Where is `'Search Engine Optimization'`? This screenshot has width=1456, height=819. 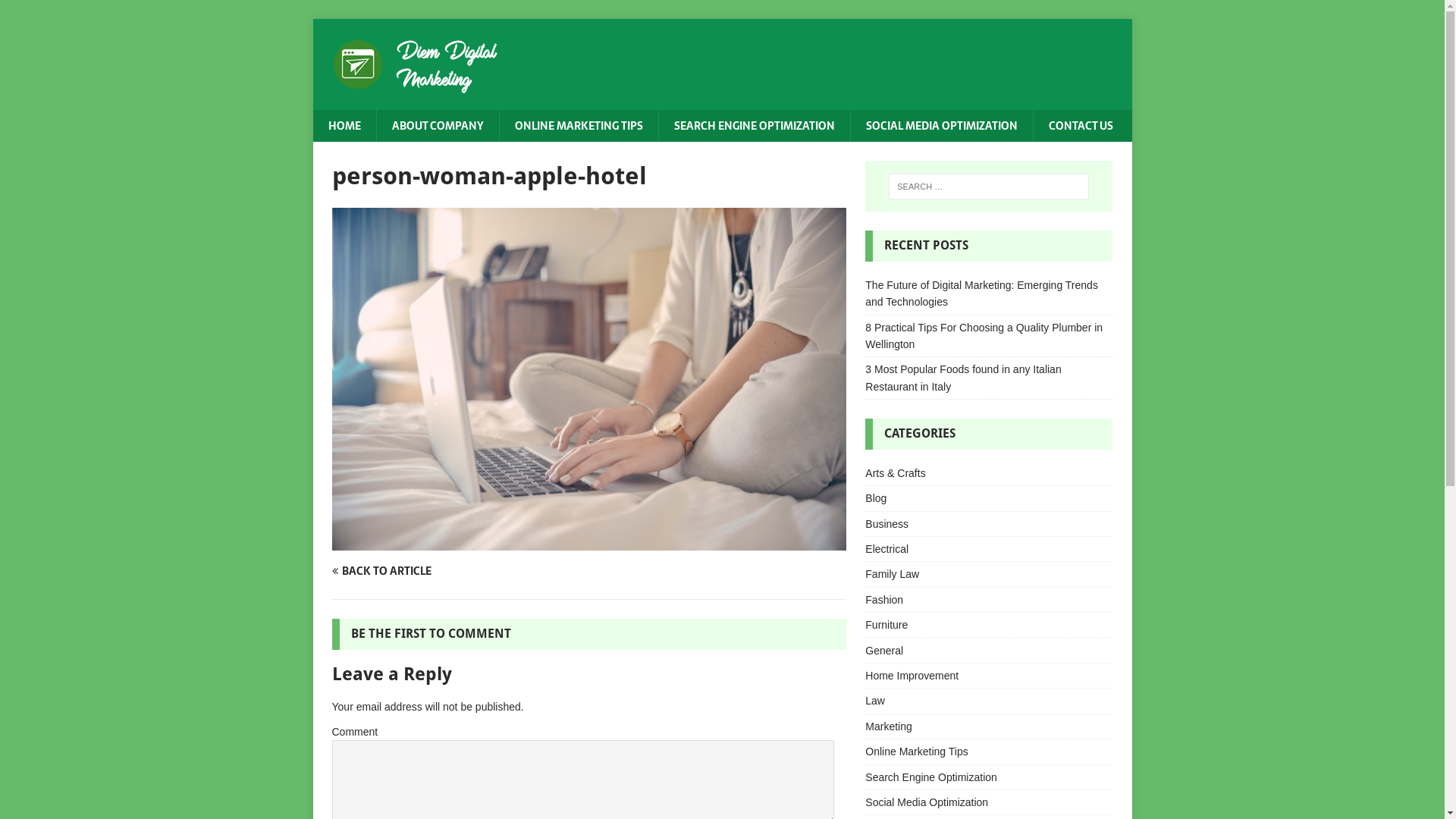
'Search Engine Optimization' is located at coordinates (989, 777).